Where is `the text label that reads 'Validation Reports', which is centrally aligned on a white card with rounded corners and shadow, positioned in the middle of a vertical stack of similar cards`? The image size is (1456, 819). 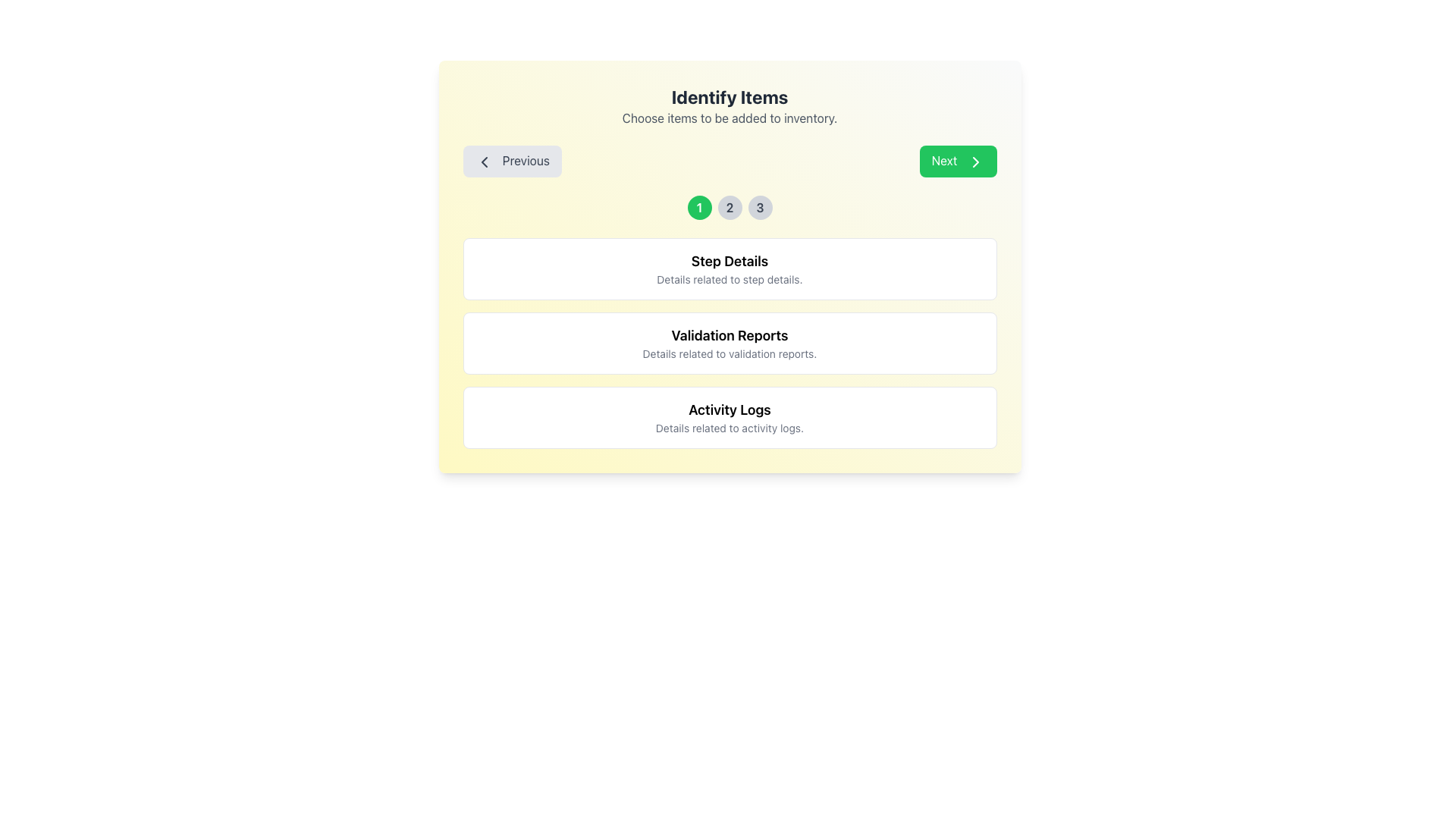
the text label that reads 'Validation Reports', which is centrally aligned on a white card with rounded corners and shadow, positioned in the middle of a vertical stack of similar cards is located at coordinates (730, 334).